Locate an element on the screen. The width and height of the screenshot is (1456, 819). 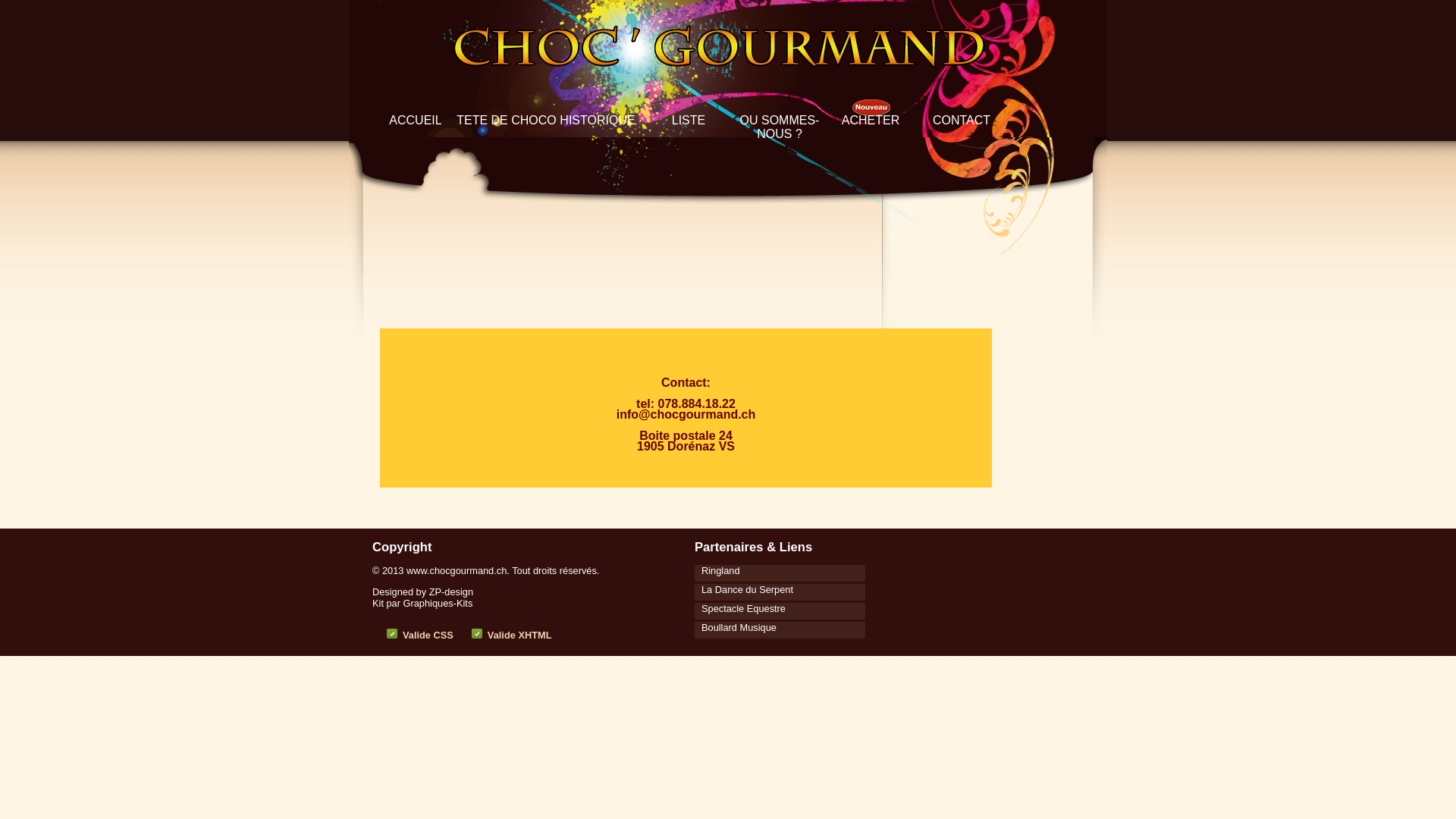
'Ringland' is located at coordinates (716, 570).